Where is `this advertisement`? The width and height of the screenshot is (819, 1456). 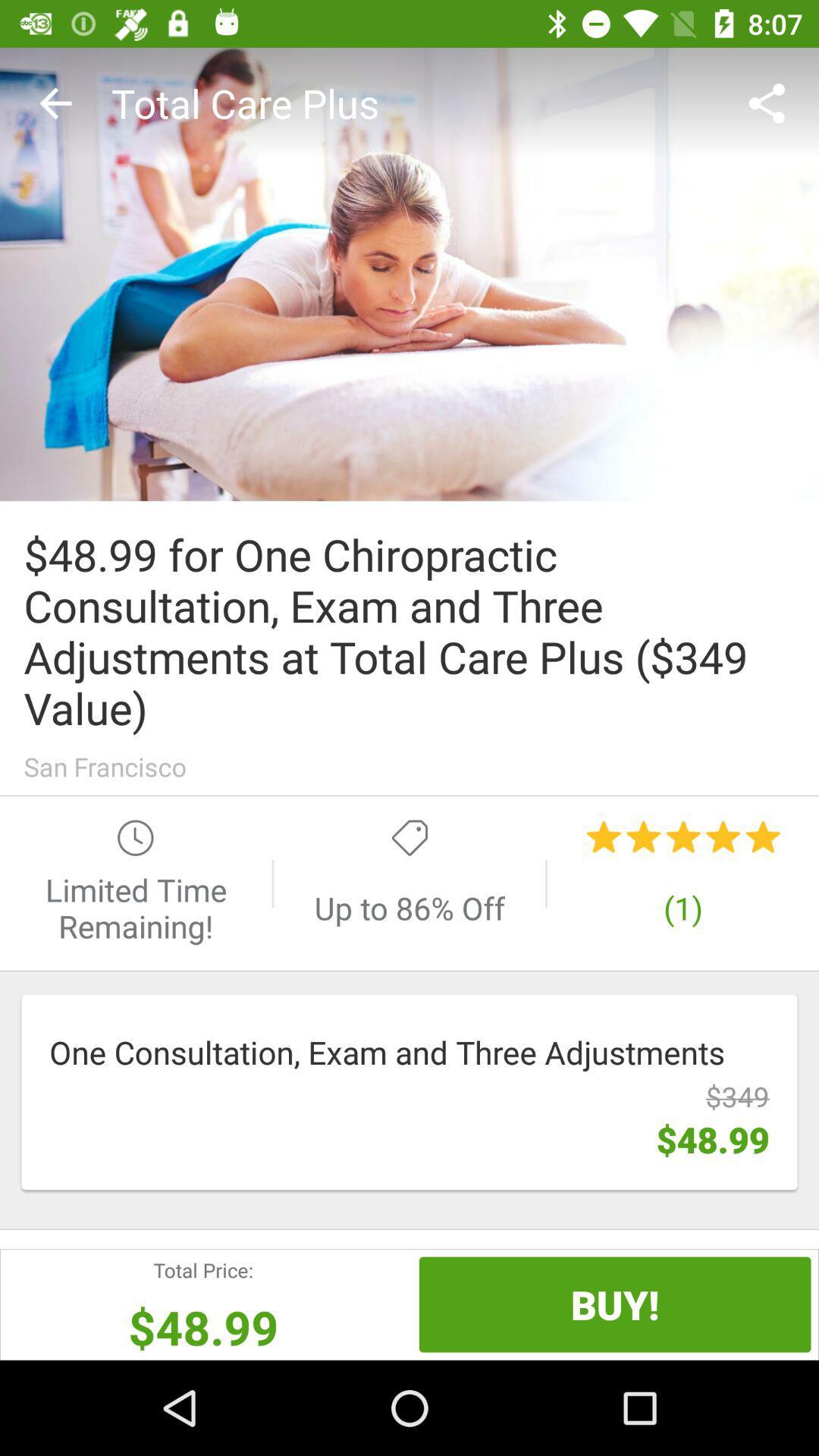 this advertisement is located at coordinates (409, 274).